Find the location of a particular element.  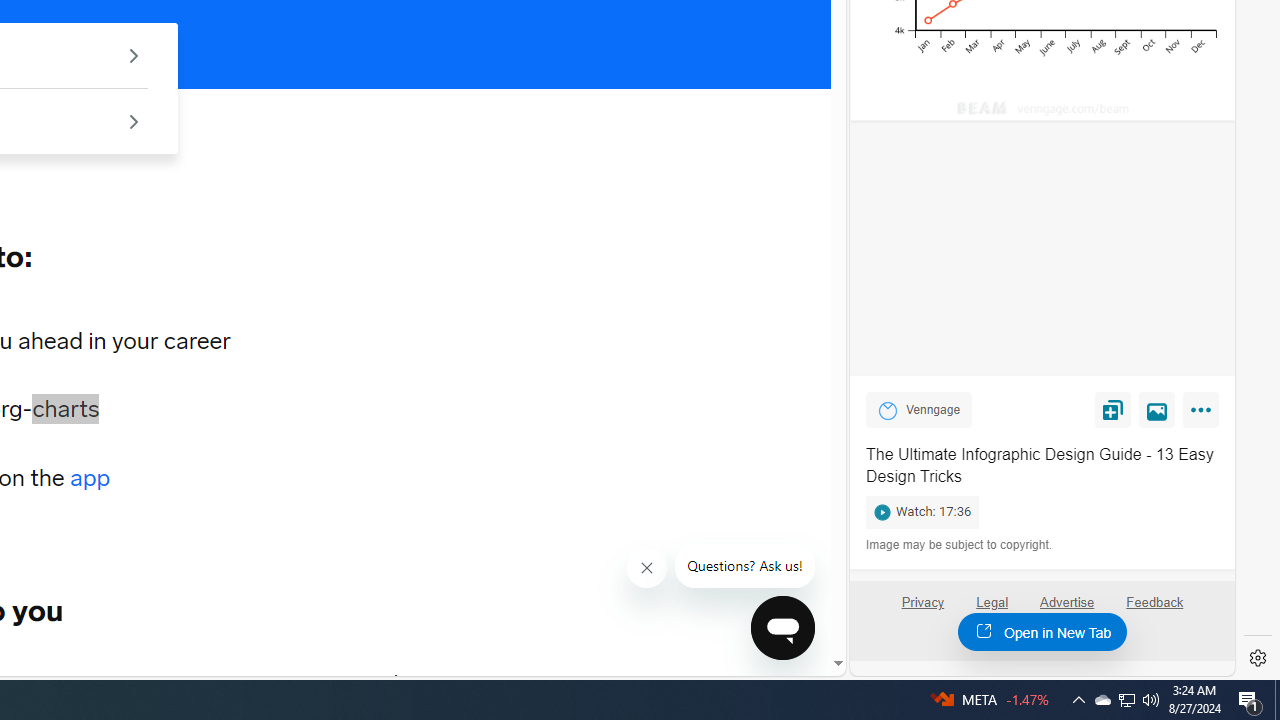

'Image may be subject to copyright.' is located at coordinates (960, 545).